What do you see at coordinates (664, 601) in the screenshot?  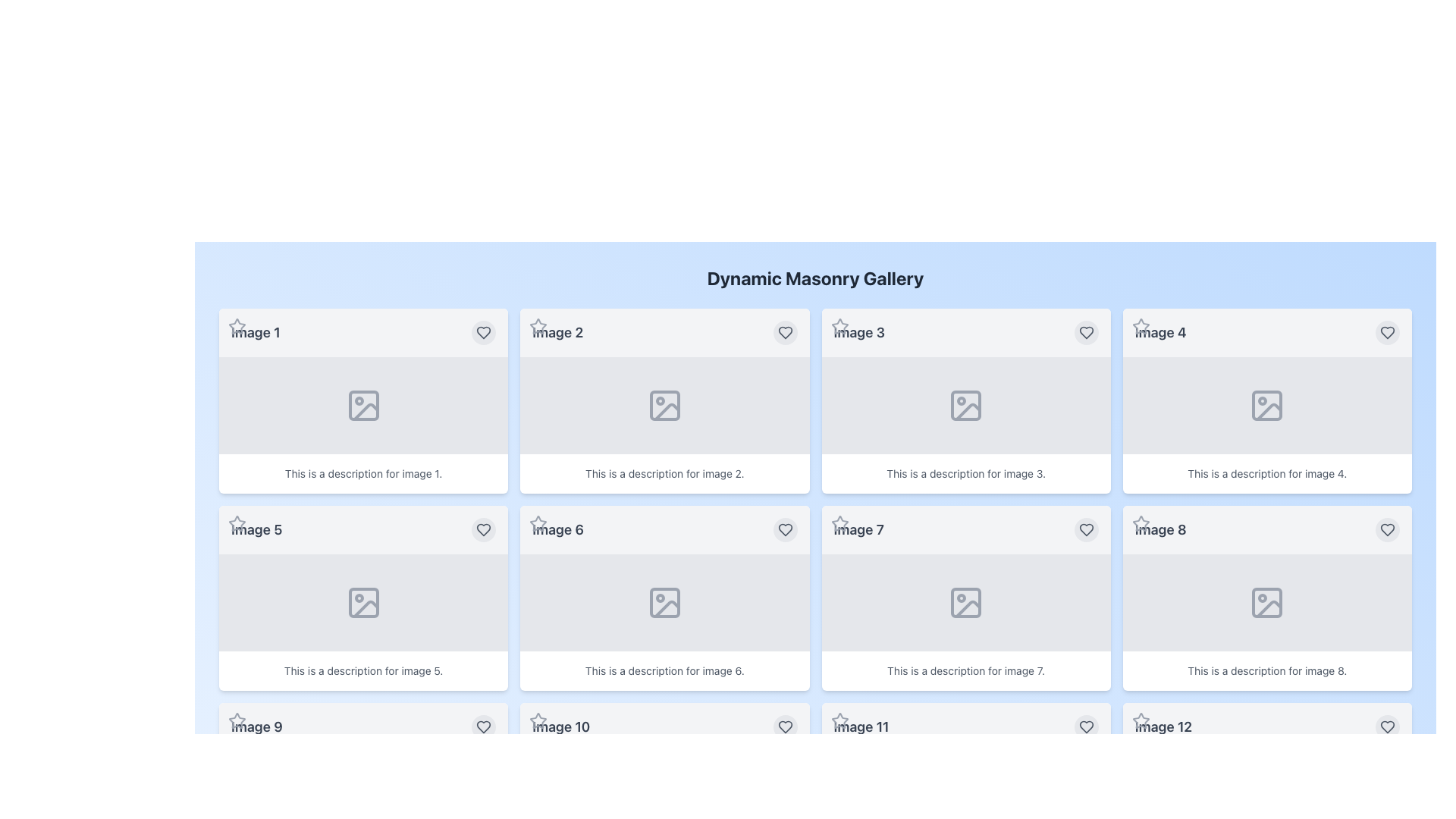 I see `the Image Placeholder located under the sixth tile labeled 'Image 6', which features a gray background and an icon resembling an image placeholder` at bounding box center [664, 601].